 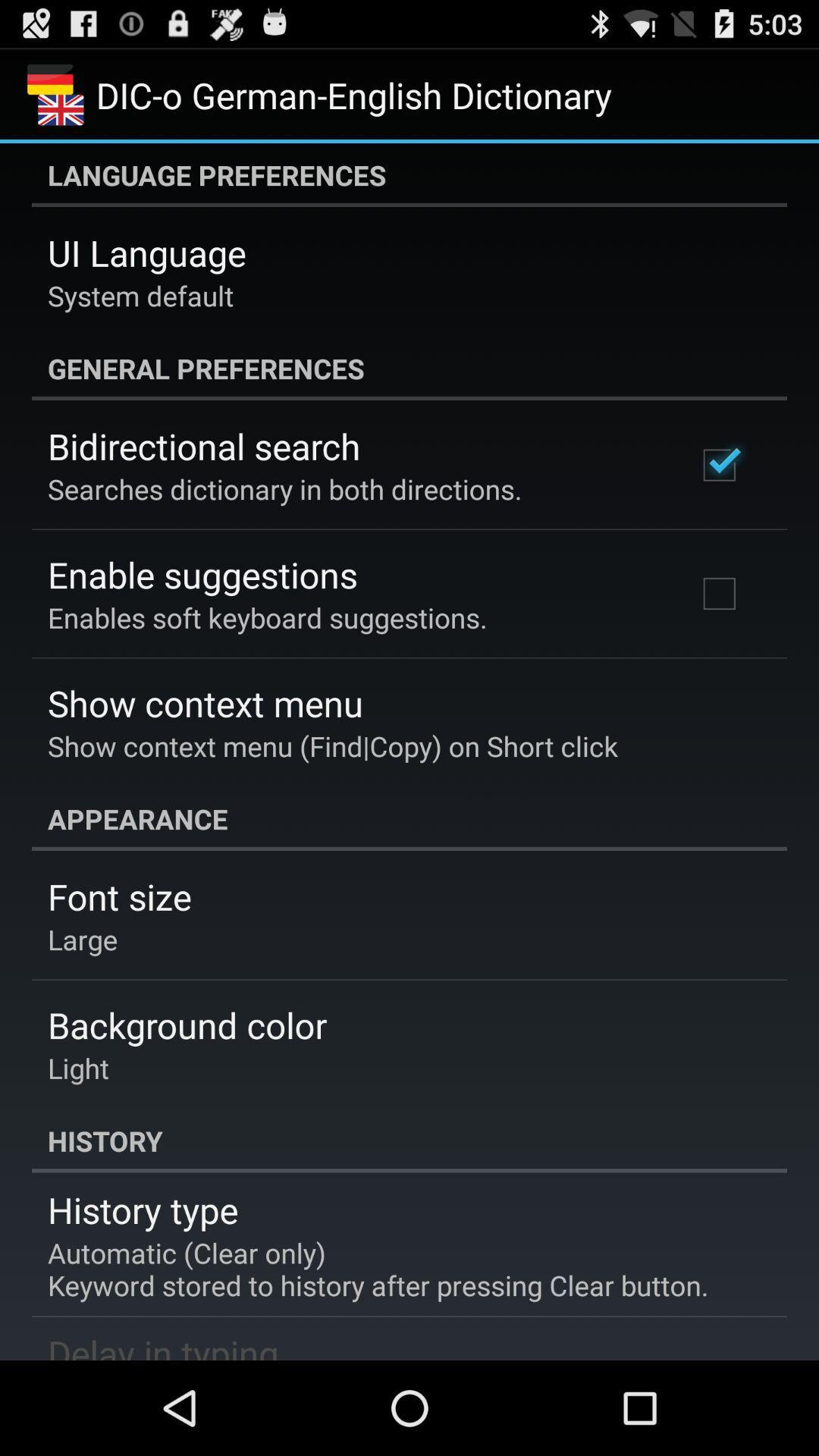 I want to click on the icon above the searches dictionary in item, so click(x=203, y=445).